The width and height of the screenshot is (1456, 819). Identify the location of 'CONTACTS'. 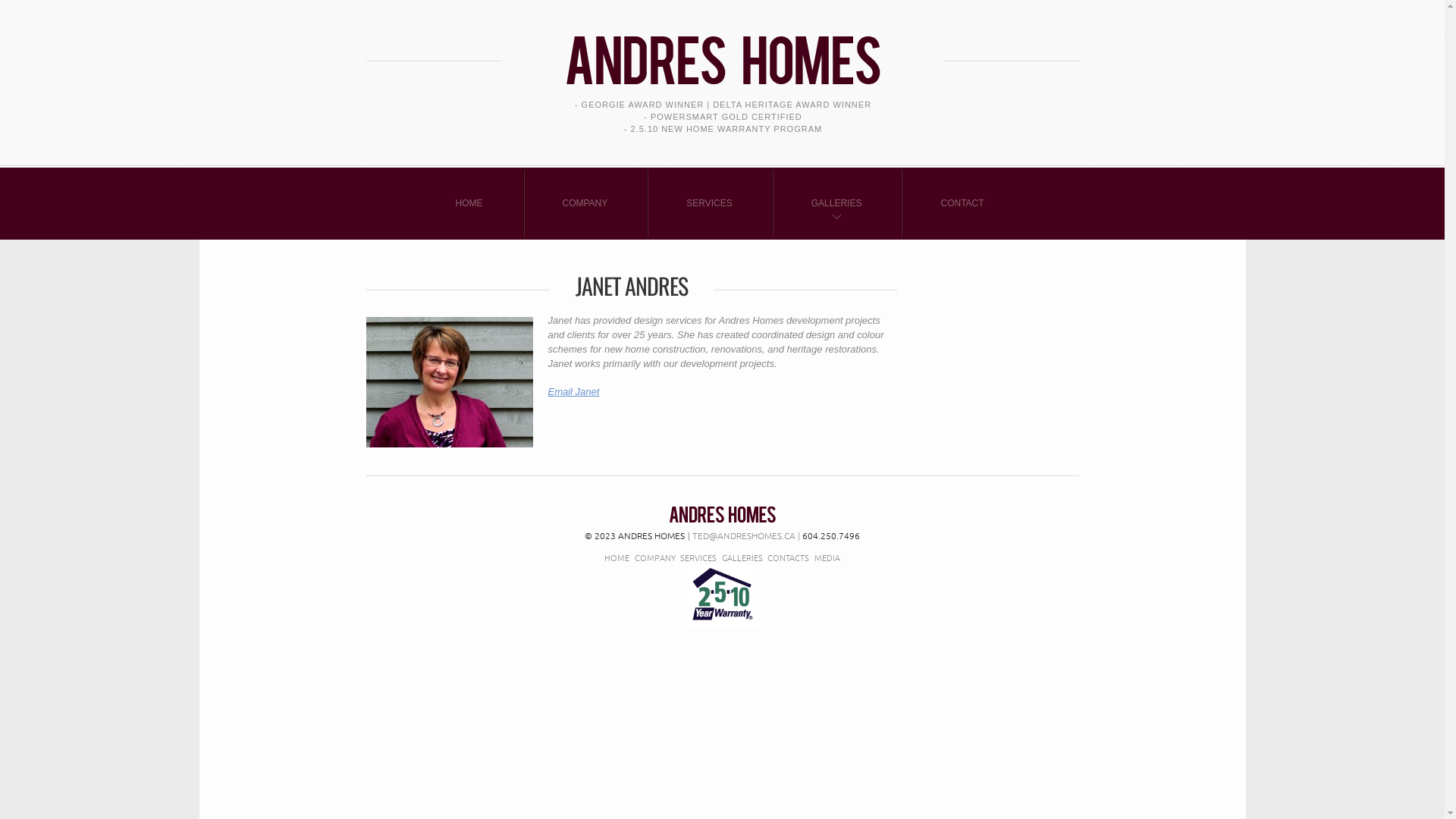
(788, 557).